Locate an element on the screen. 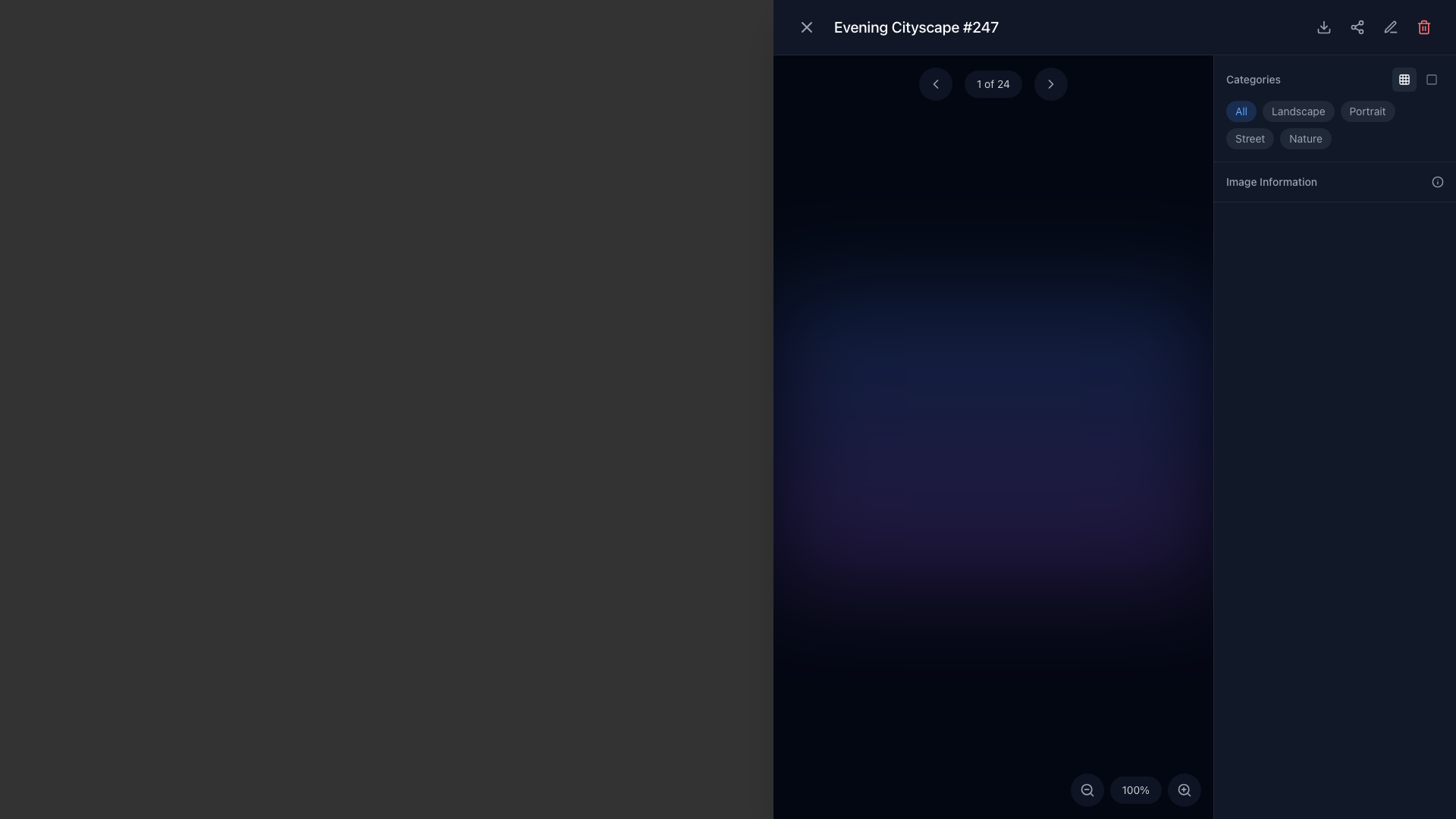 This screenshot has height=819, width=1456. the 'Nature' category button located at the top-right section of the interface is located at coordinates (1305, 138).